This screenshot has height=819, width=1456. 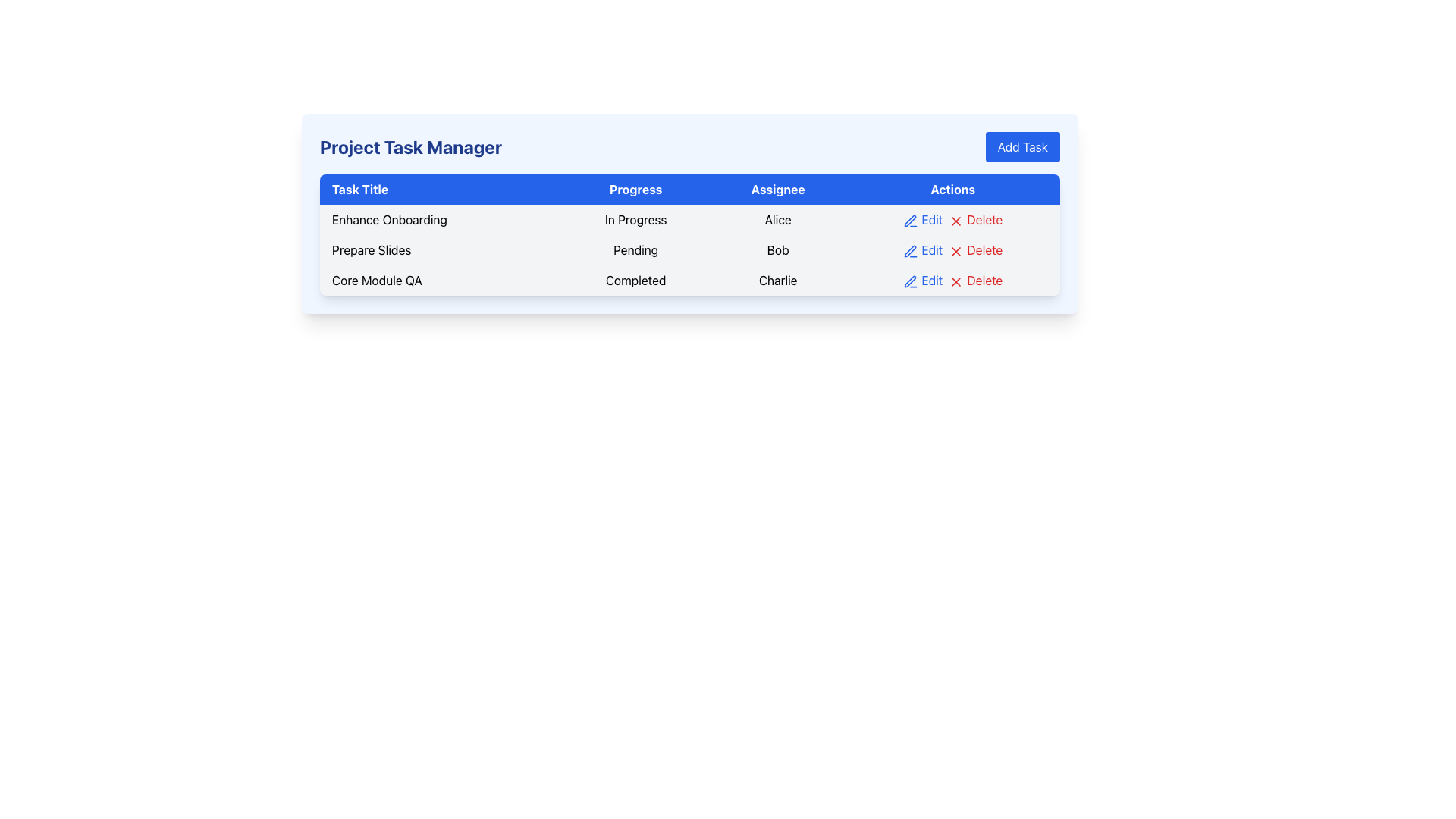 What do you see at coordinates (975, 281) in the screenshot?
I see `the delete button located in the 'Actions' column of the last row of the table, positioned to the right of the 'Edit' button to invoke the delete functionality` at bounding box center [975, 281].